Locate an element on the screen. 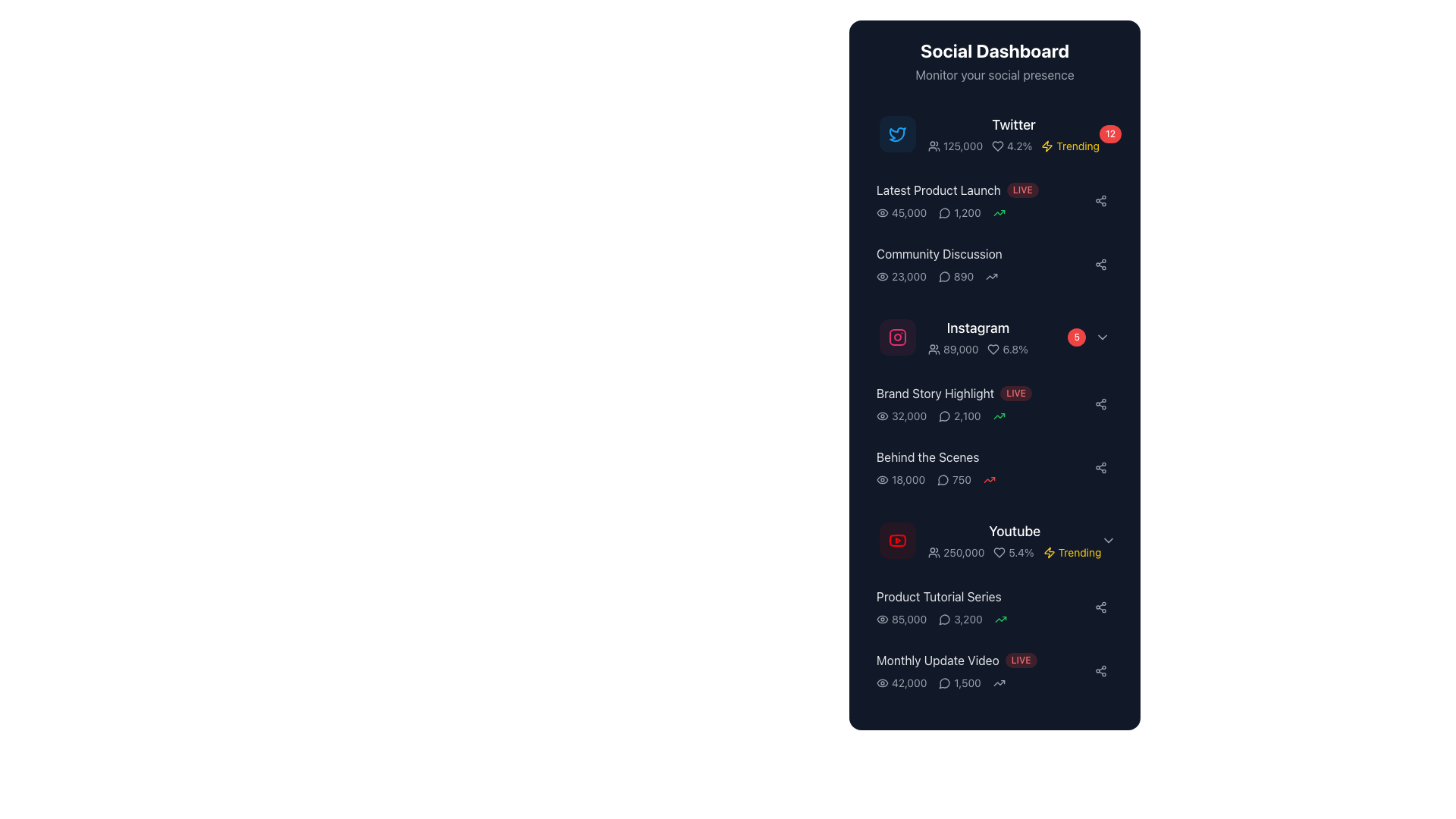 The image size is (1456, 819). the favorite icon located to the right of the Instagram label in the Social Dashboard is located at coordinates (993, 350).